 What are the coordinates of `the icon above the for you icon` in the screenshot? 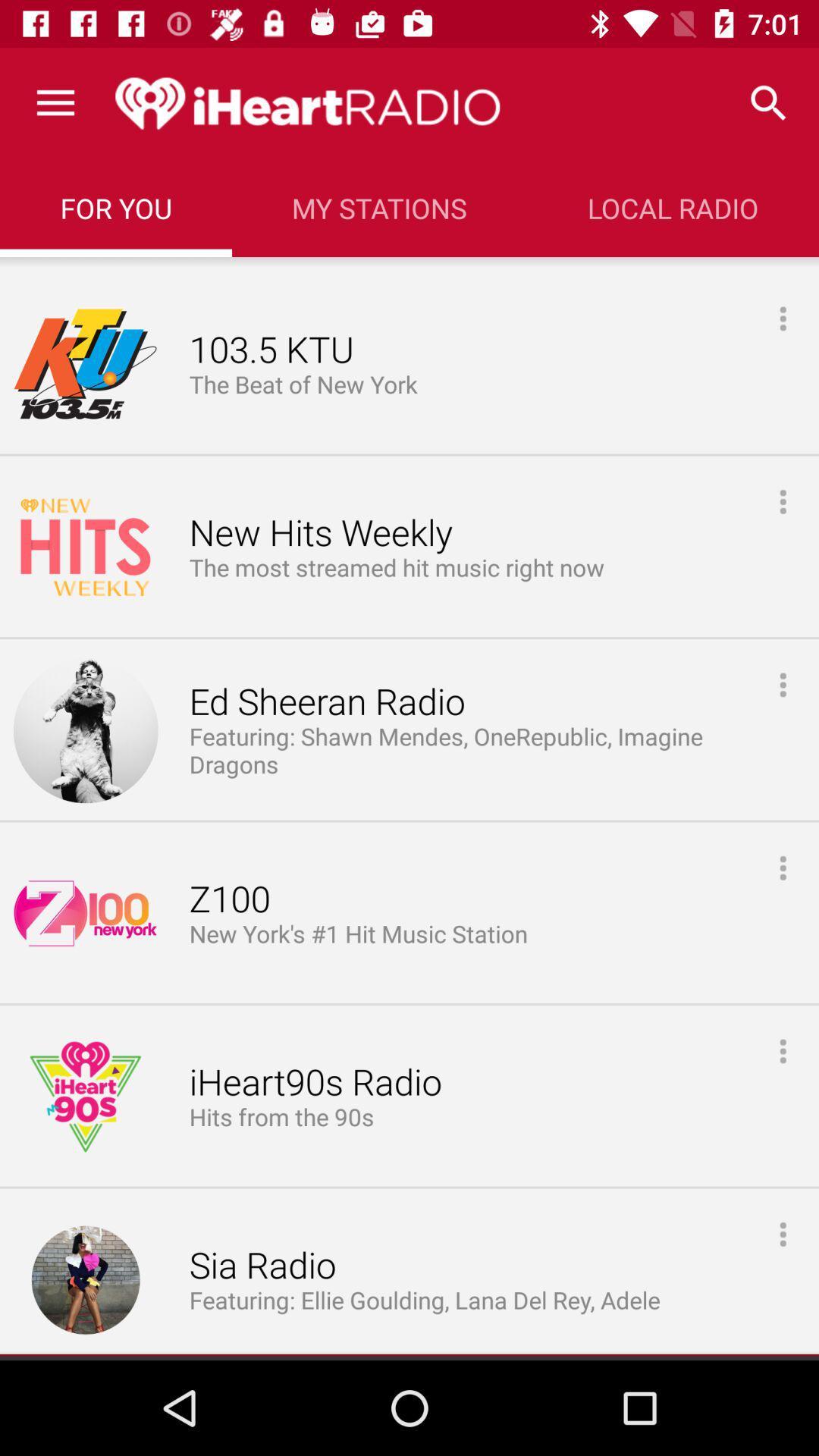 It's located at (55, 102).